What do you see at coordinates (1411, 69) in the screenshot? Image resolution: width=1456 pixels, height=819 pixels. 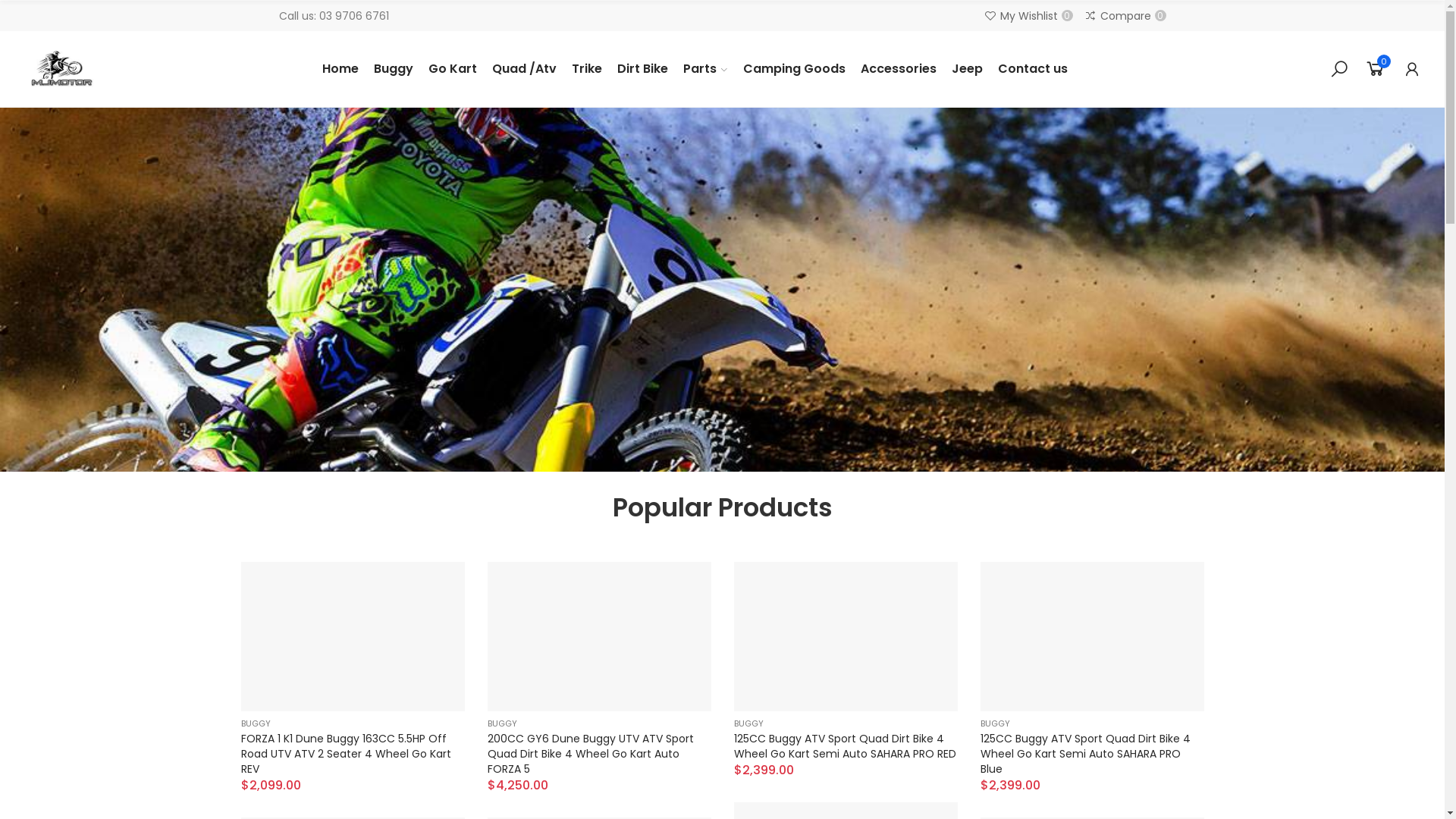 I see `'My Account'` at bounding box center [1411, 69].